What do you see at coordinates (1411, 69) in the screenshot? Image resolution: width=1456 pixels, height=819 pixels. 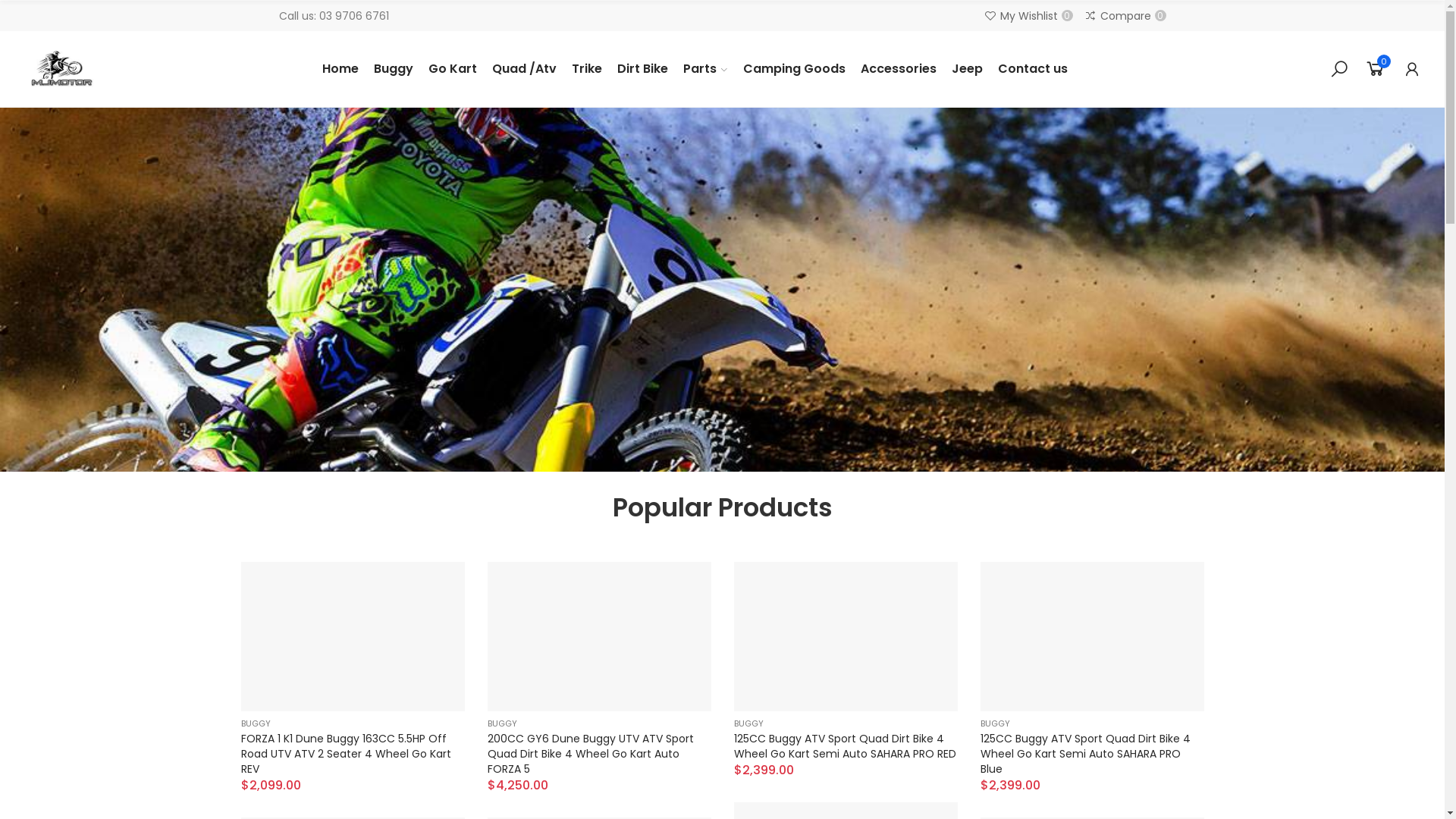 I see `'My Account'` at bounding box center [1411, 69].